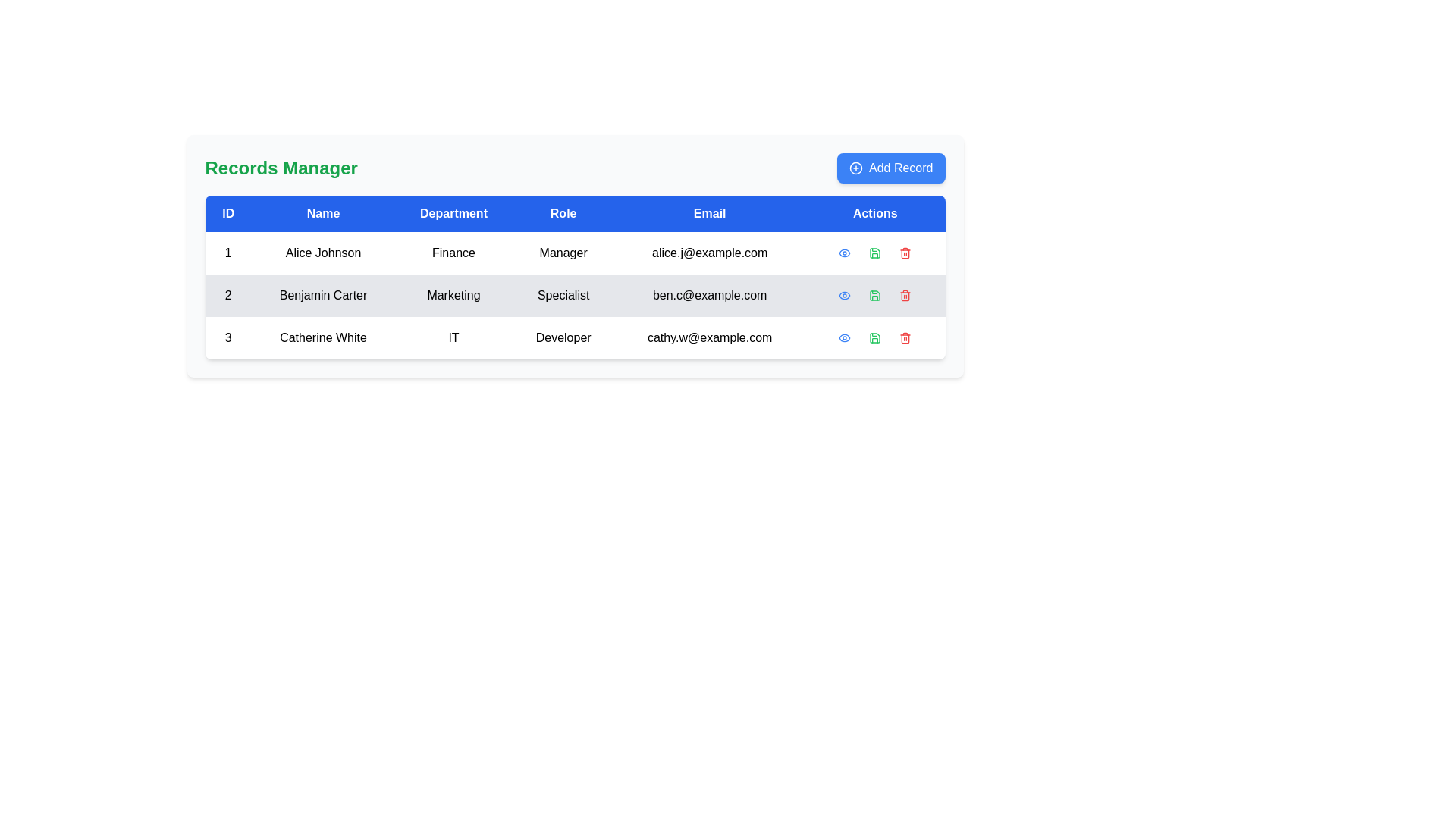 The width and height of the screenshot is (1456, 819). I want to click on the text label that identifies the record, so click(227, 295).